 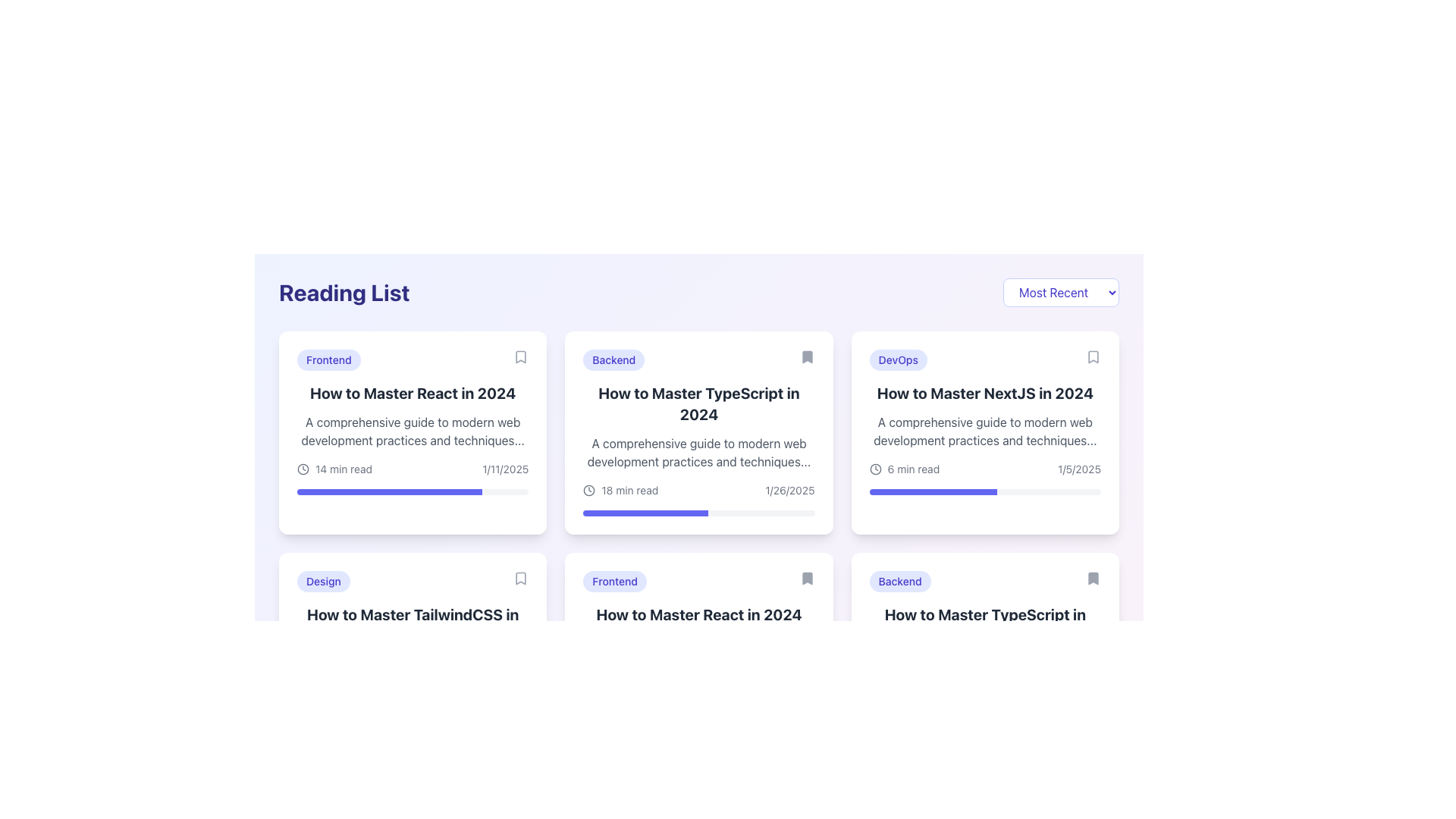 I want to click on the third card in the 'Reading List' section that provides an overview of an article about mastering NextJS in 2024, so click(x=985, y=432).